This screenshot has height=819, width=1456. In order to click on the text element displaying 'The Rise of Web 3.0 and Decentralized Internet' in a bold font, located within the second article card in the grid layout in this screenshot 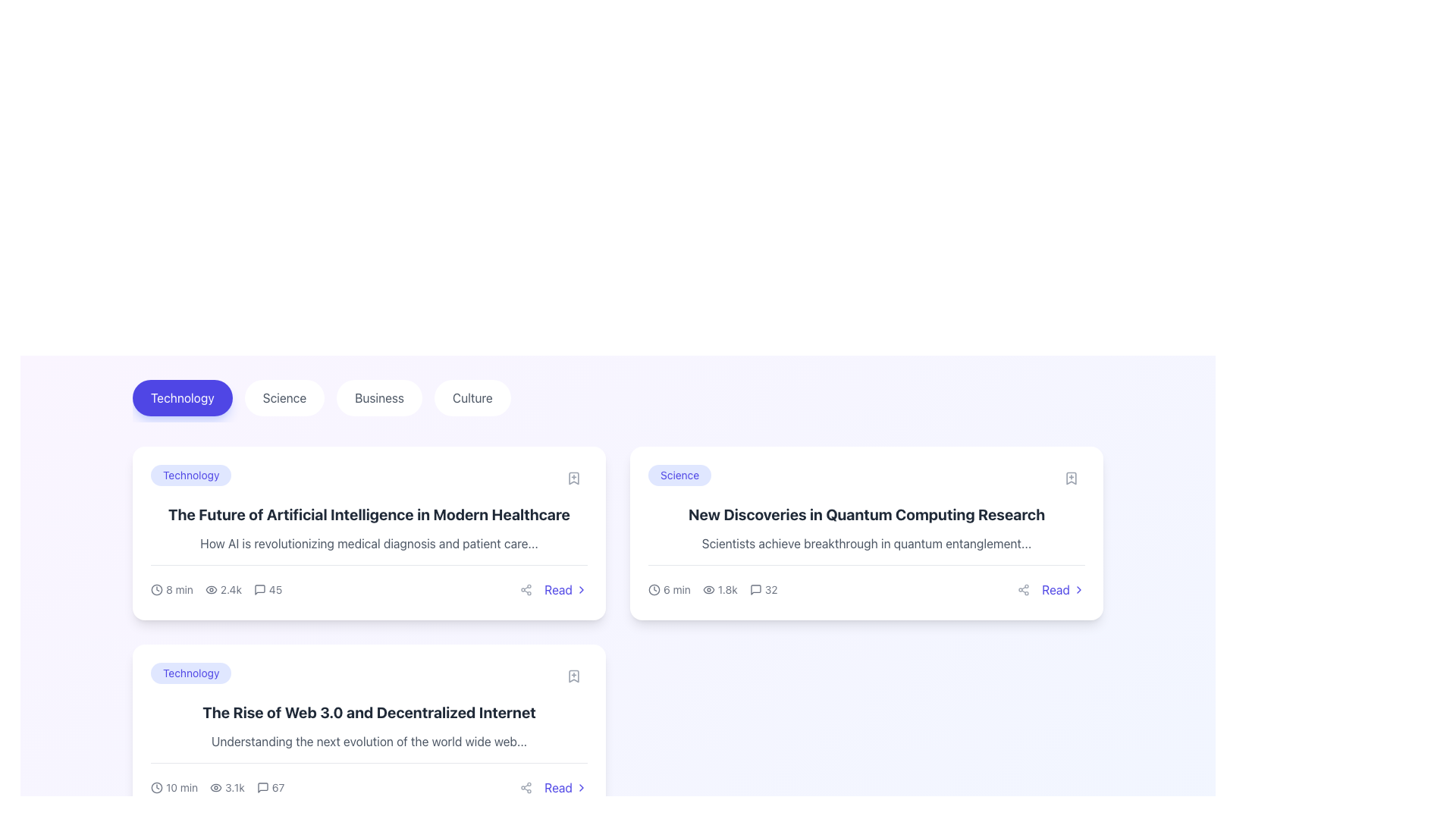, I will do `click(369, 713)`.